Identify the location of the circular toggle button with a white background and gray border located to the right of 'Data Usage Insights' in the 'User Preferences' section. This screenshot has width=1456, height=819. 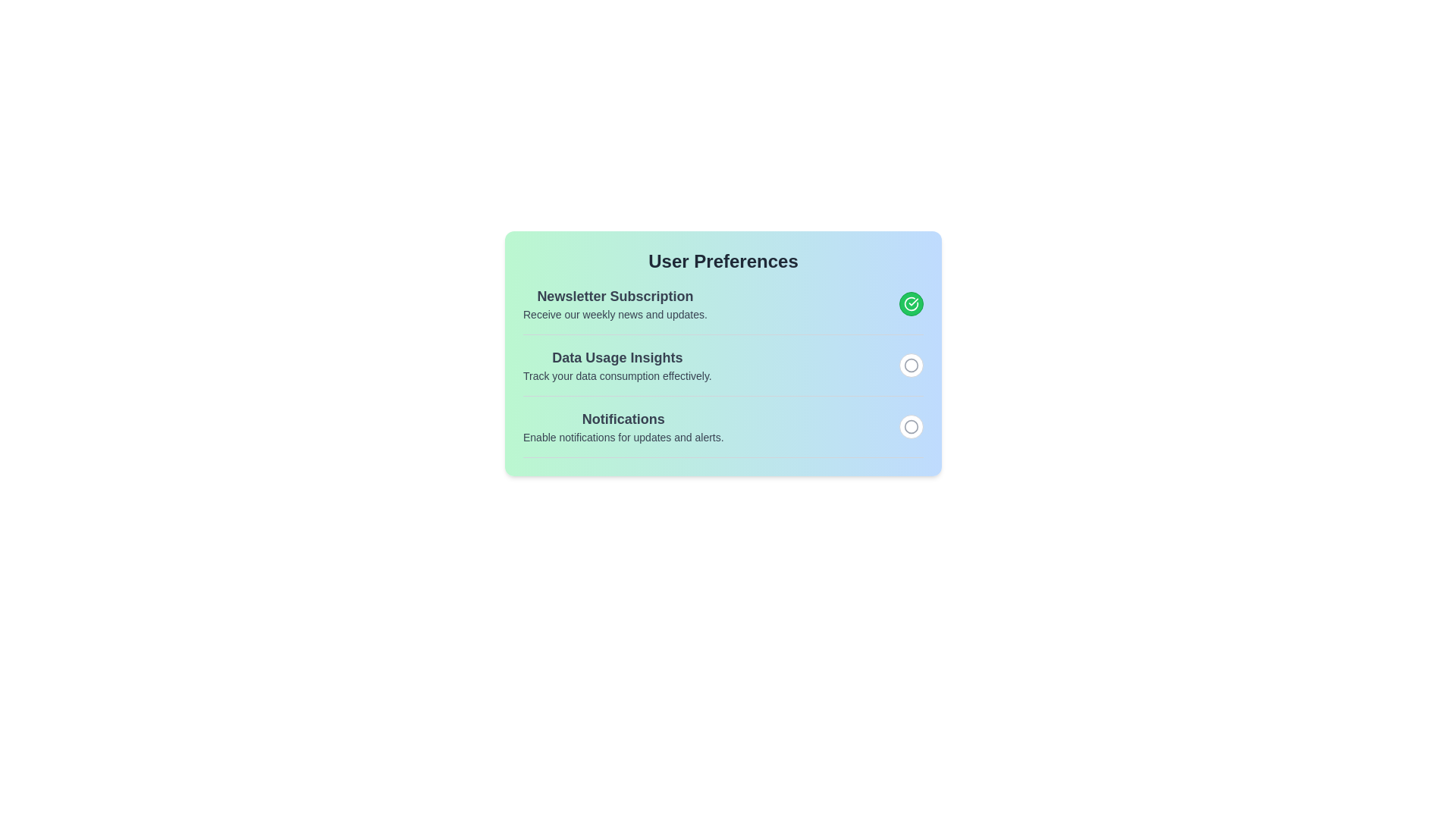
(910, 366).